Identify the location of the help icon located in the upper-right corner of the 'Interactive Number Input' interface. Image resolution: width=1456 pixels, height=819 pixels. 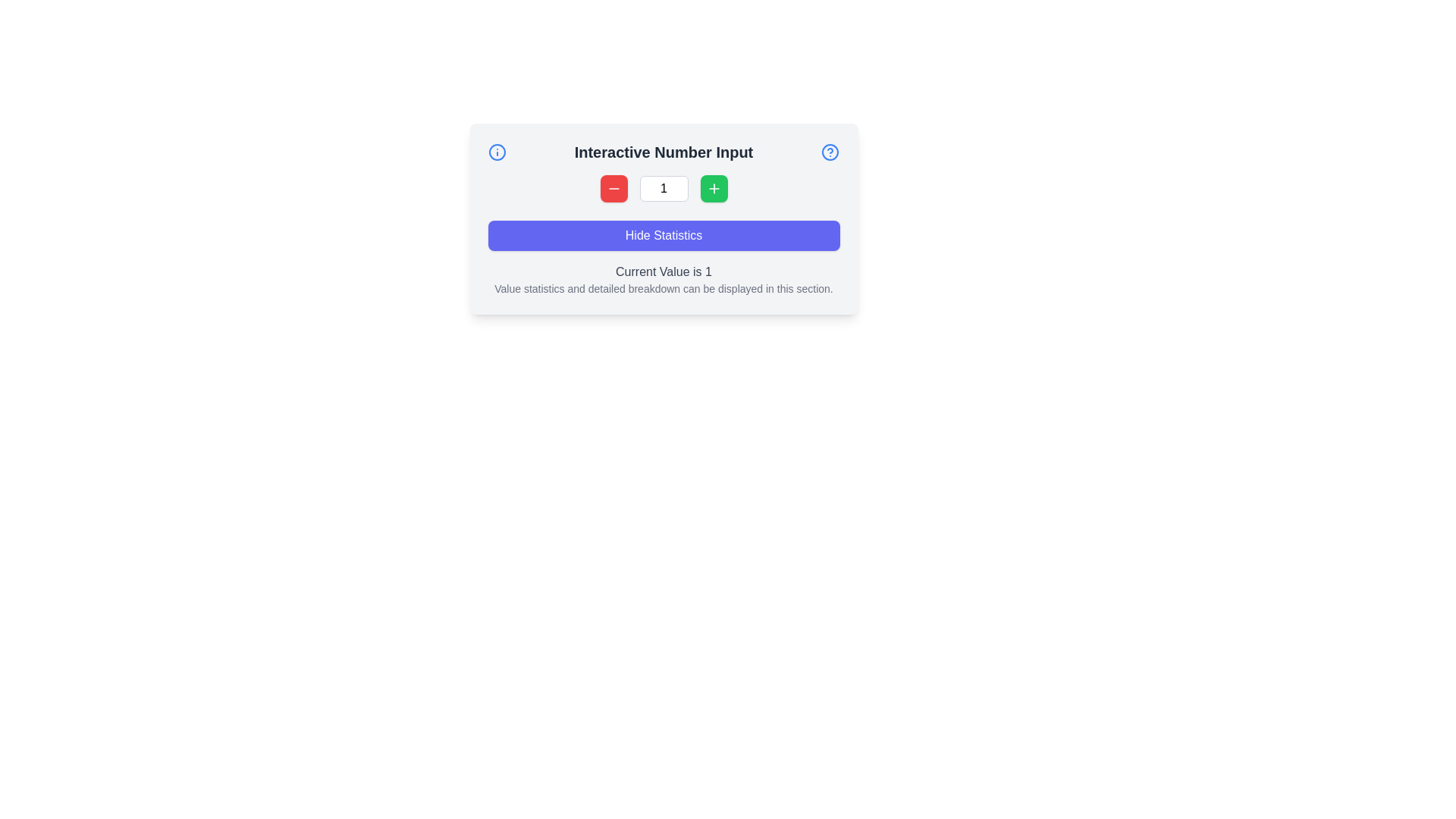
(830, 152).